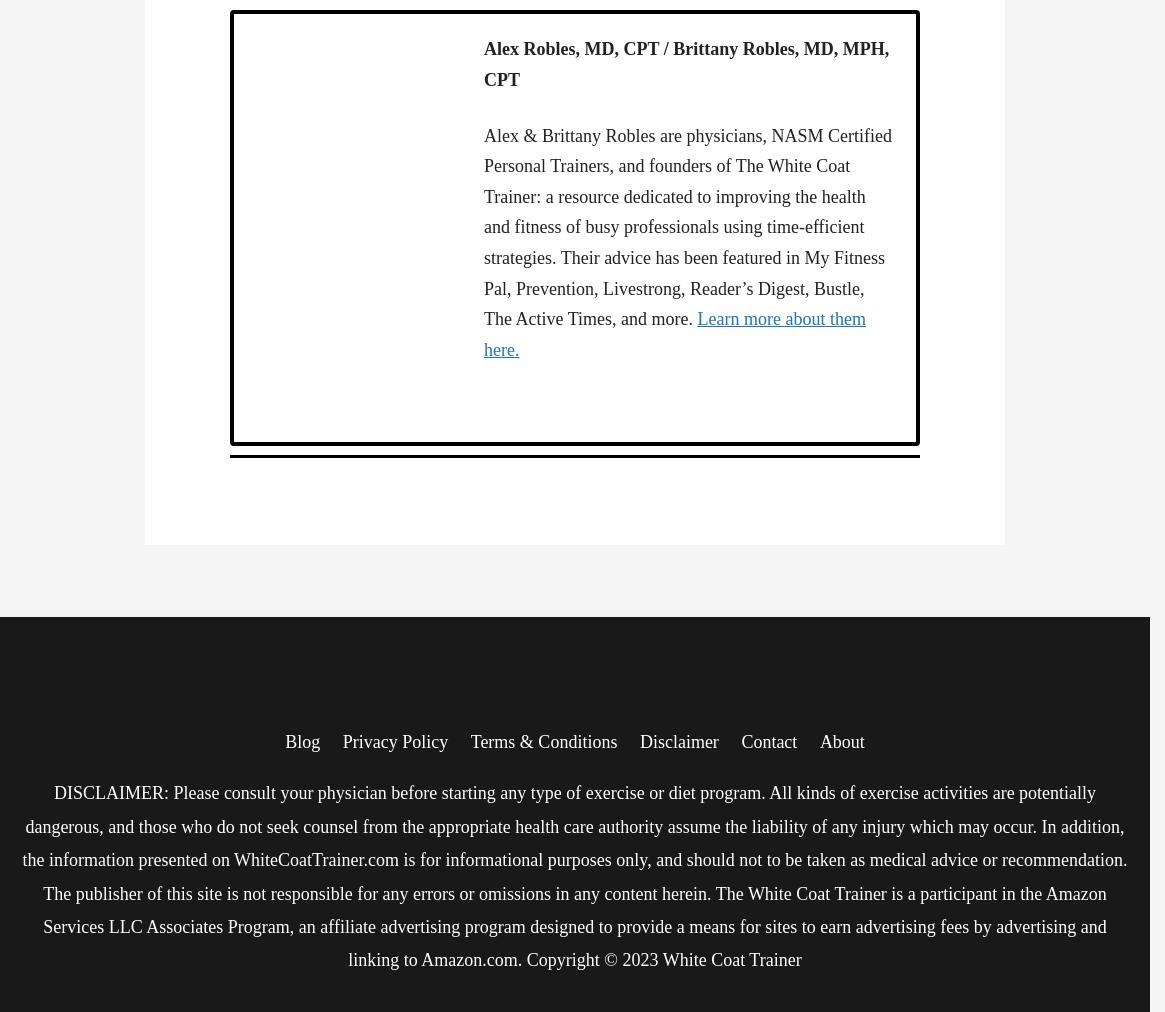 The height and width of the screenshot is (1012, 1165). What do you see at coordinates (840, 740) in the screenshot?
I see `'About'` at bounding box center [840, 740].